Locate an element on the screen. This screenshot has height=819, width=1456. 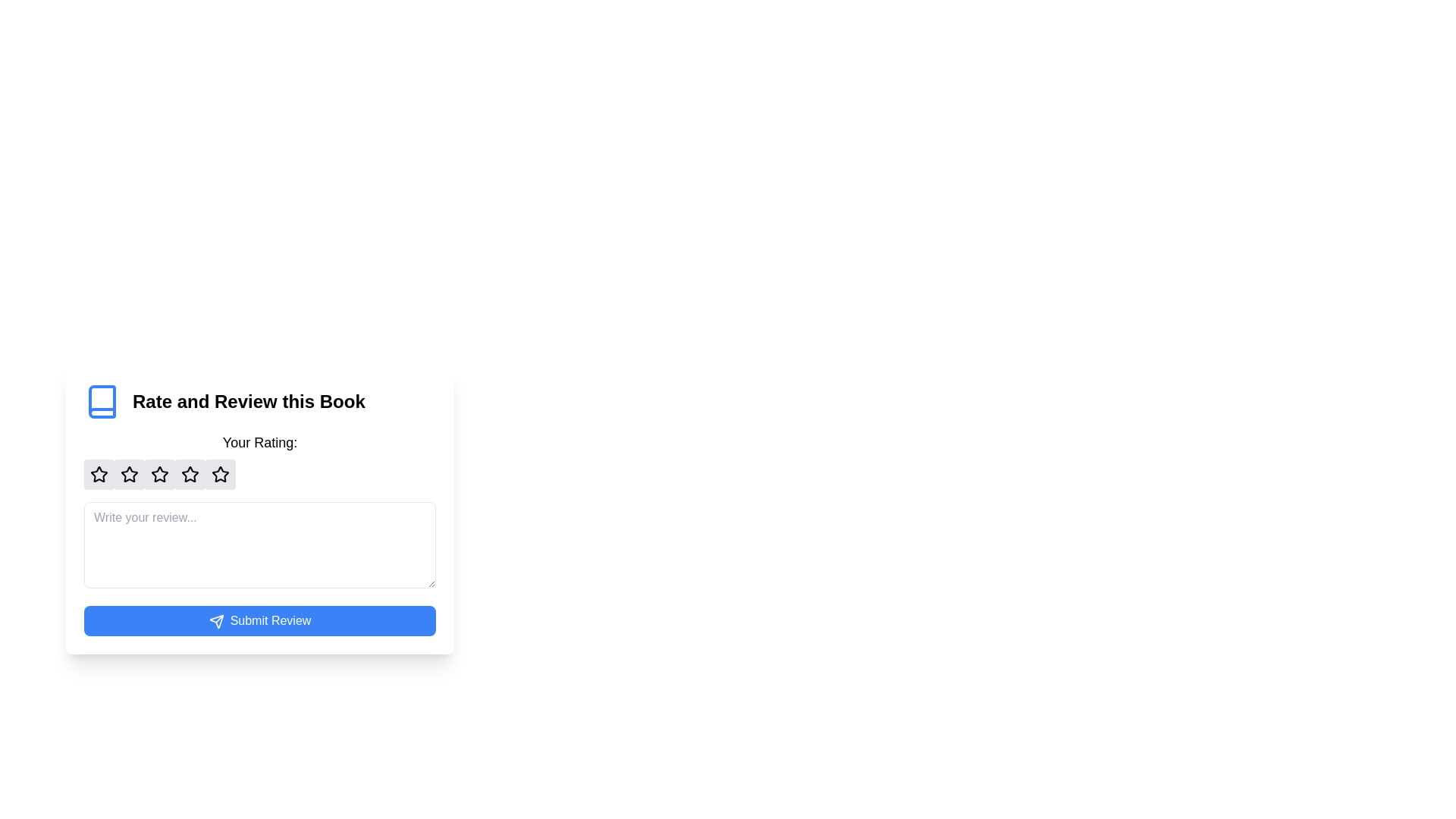
the Header with an accompanying icon that serves as a title for the rating and review section of the current book is located at coordinates (259, 400).